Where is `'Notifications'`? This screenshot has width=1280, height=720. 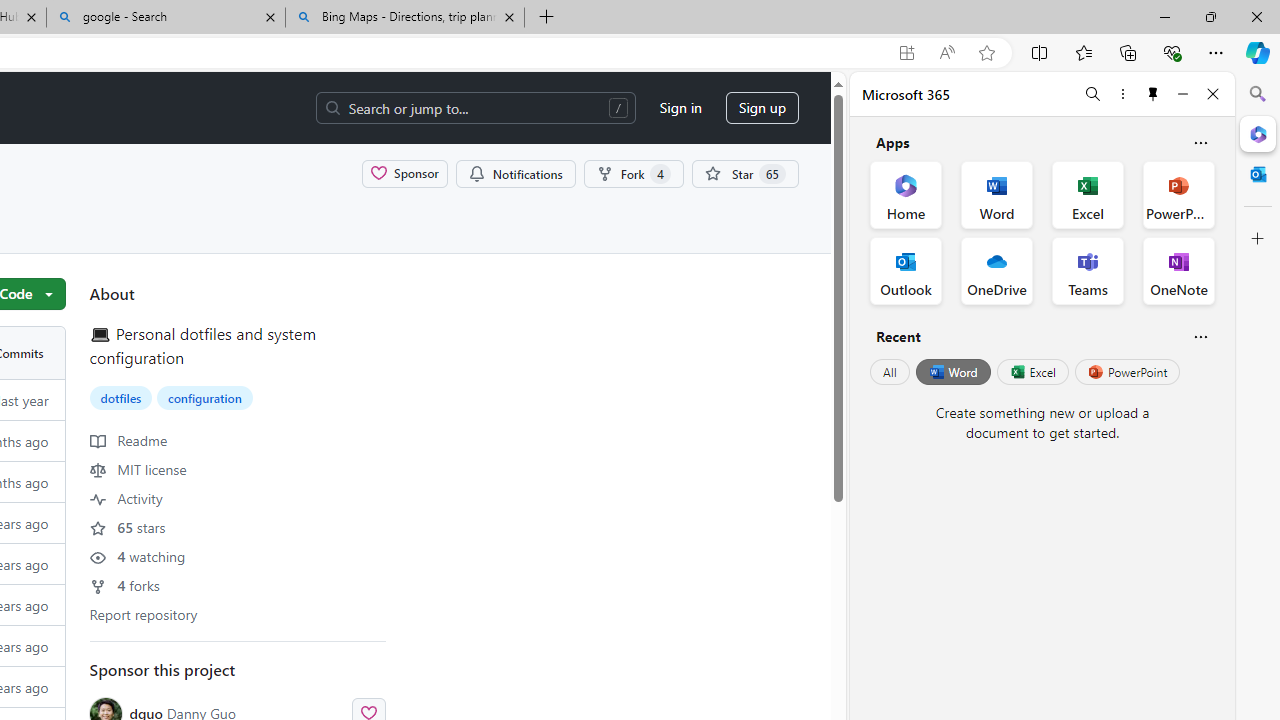
'Notifications' is located at coordinates (515, 172).